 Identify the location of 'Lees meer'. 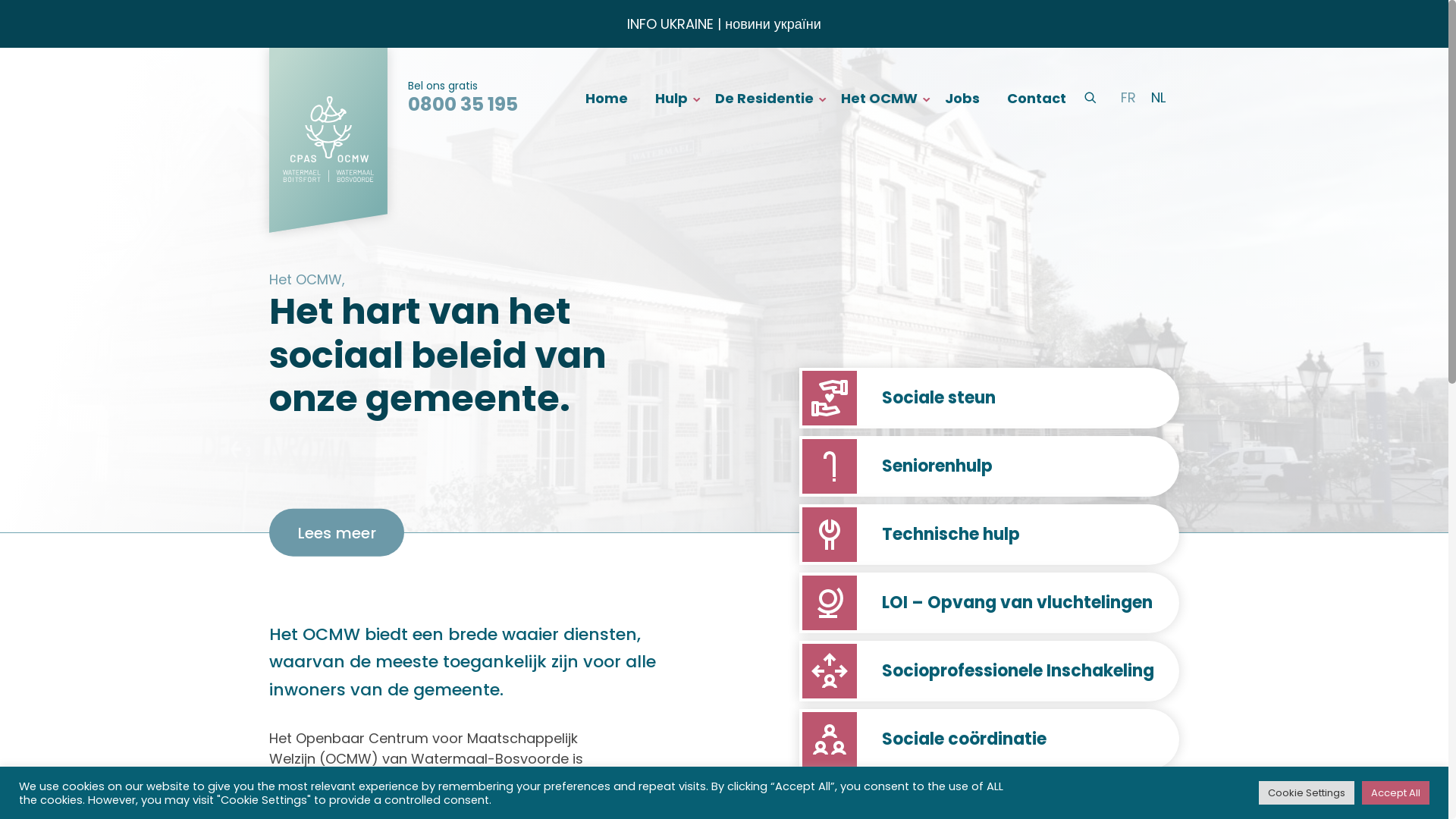
(269, 531).